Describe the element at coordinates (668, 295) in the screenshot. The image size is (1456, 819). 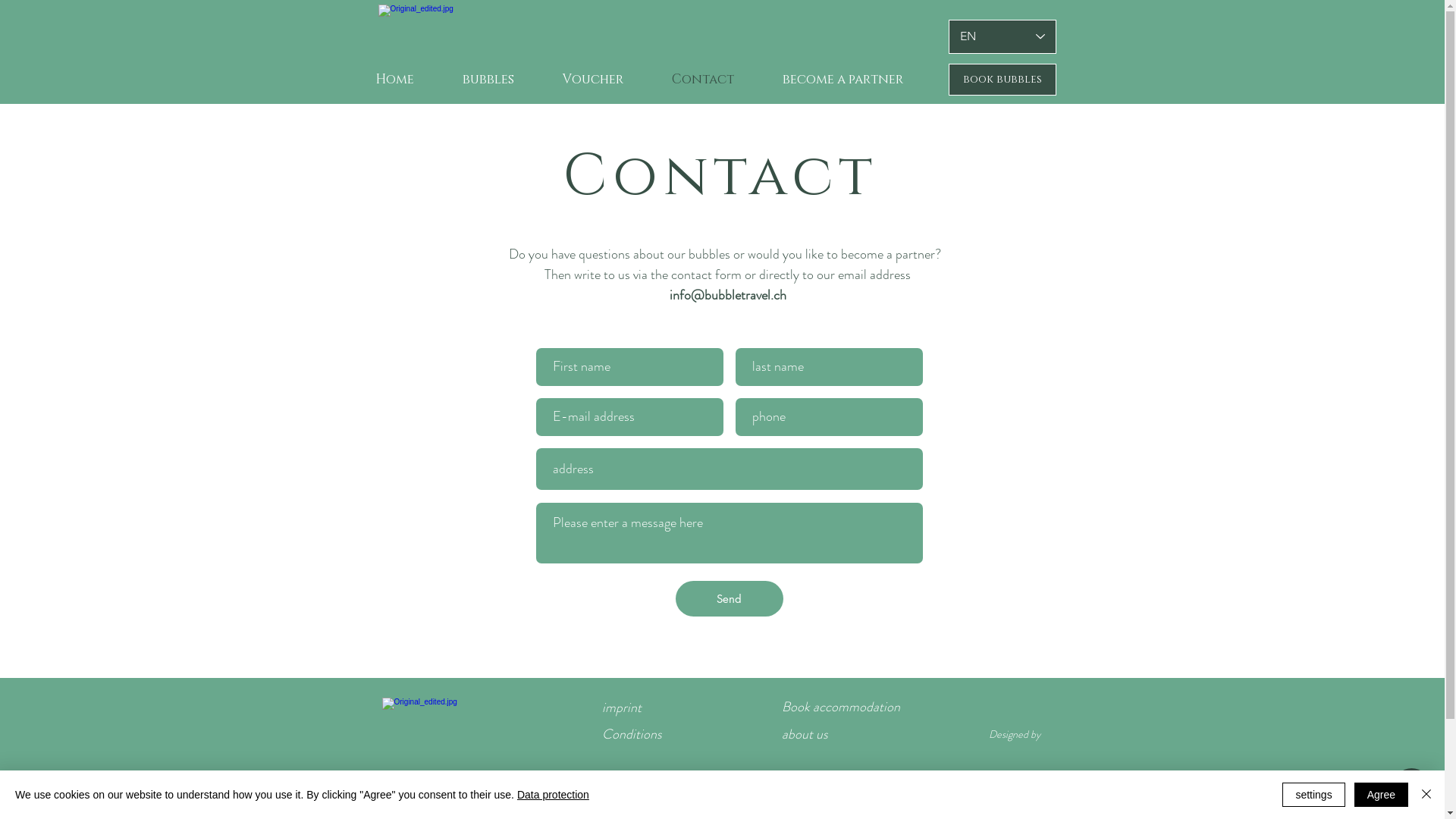
I see `'info@bubbletravel.ch'` at that location.